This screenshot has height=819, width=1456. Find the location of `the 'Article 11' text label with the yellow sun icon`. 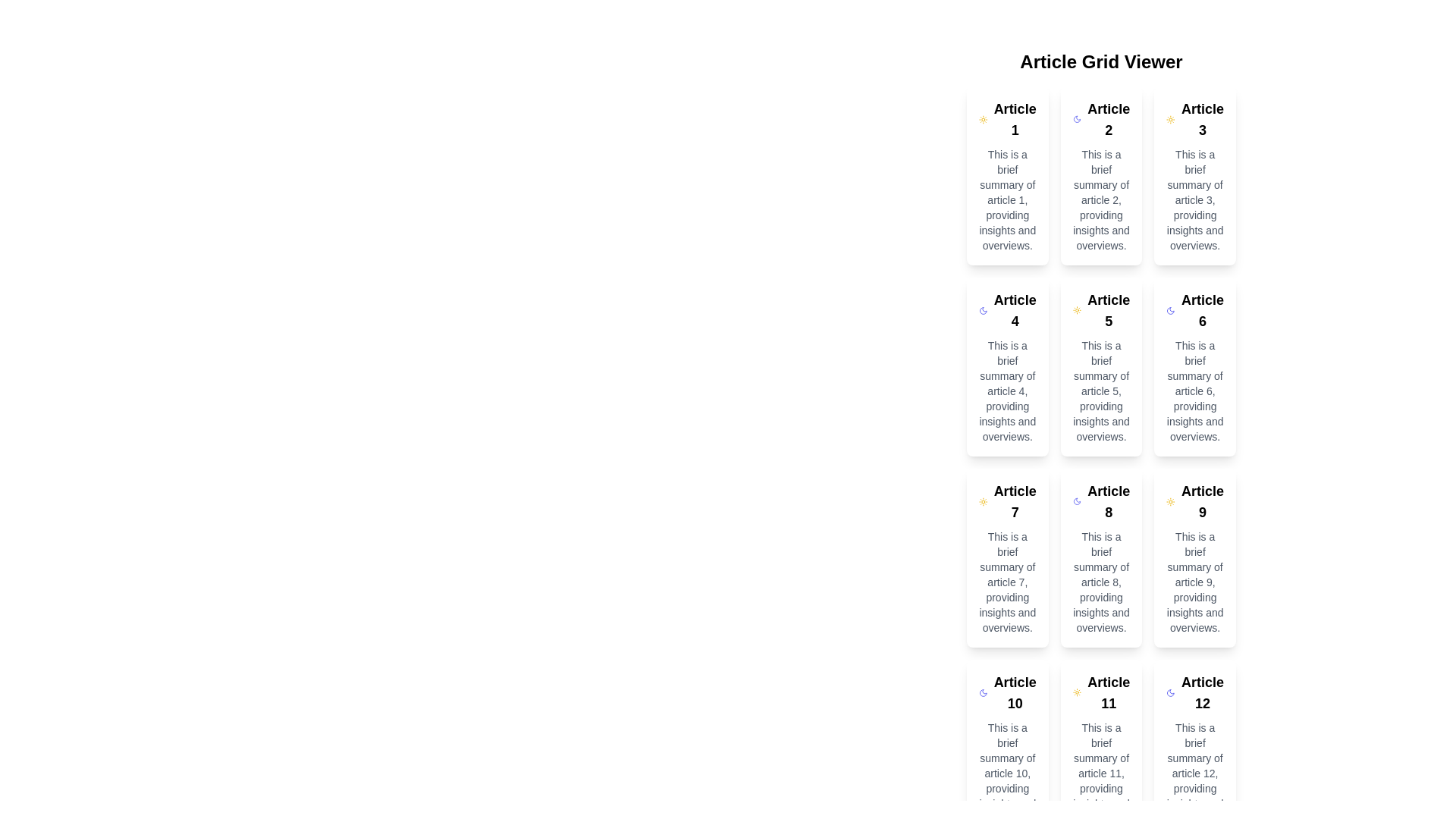

the 'Article 11' text label with the yellow sun icon is located at coordinates (1101, 693).